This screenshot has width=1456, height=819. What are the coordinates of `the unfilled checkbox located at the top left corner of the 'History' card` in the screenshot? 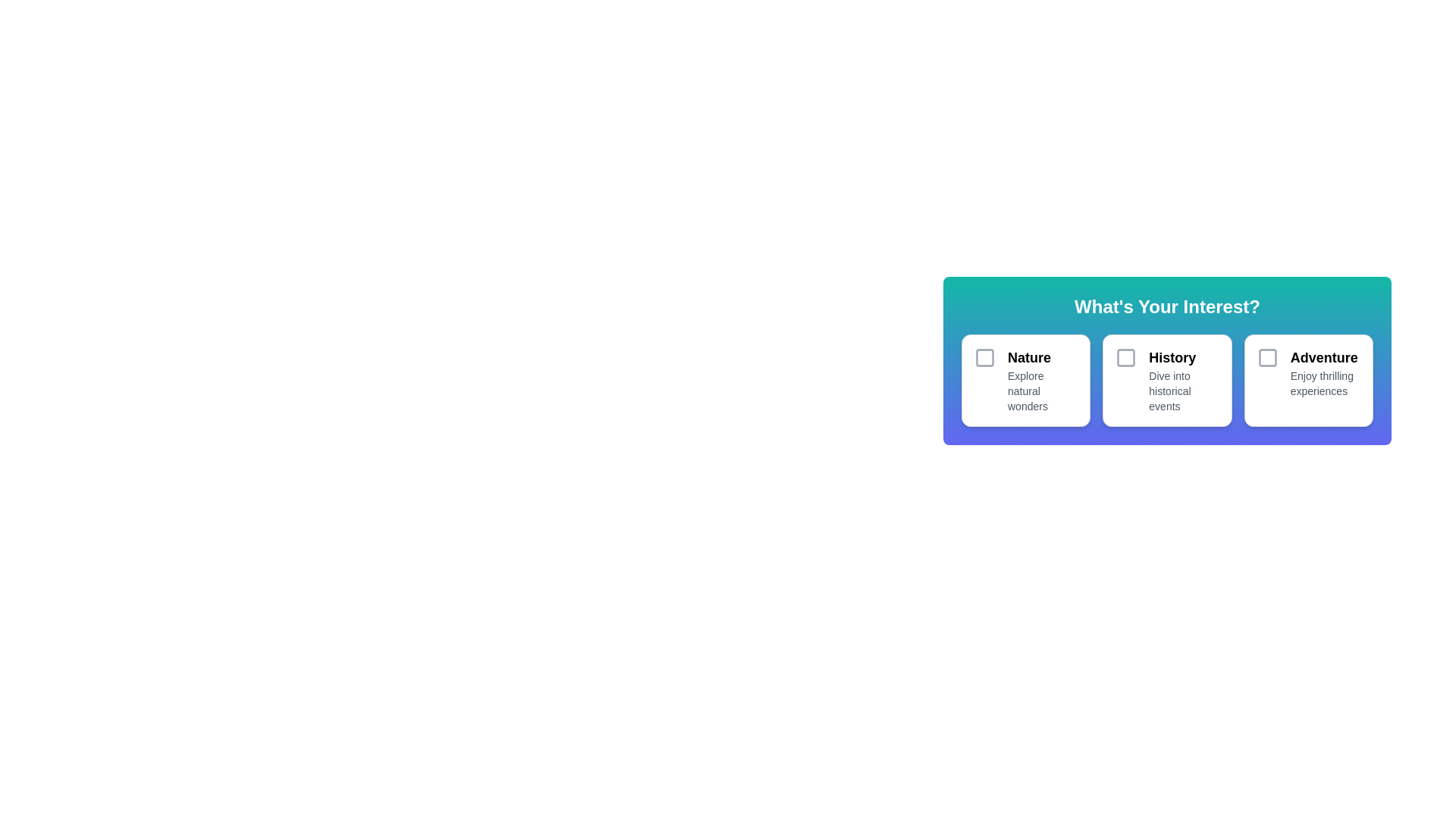 It's located at (1126, 379).